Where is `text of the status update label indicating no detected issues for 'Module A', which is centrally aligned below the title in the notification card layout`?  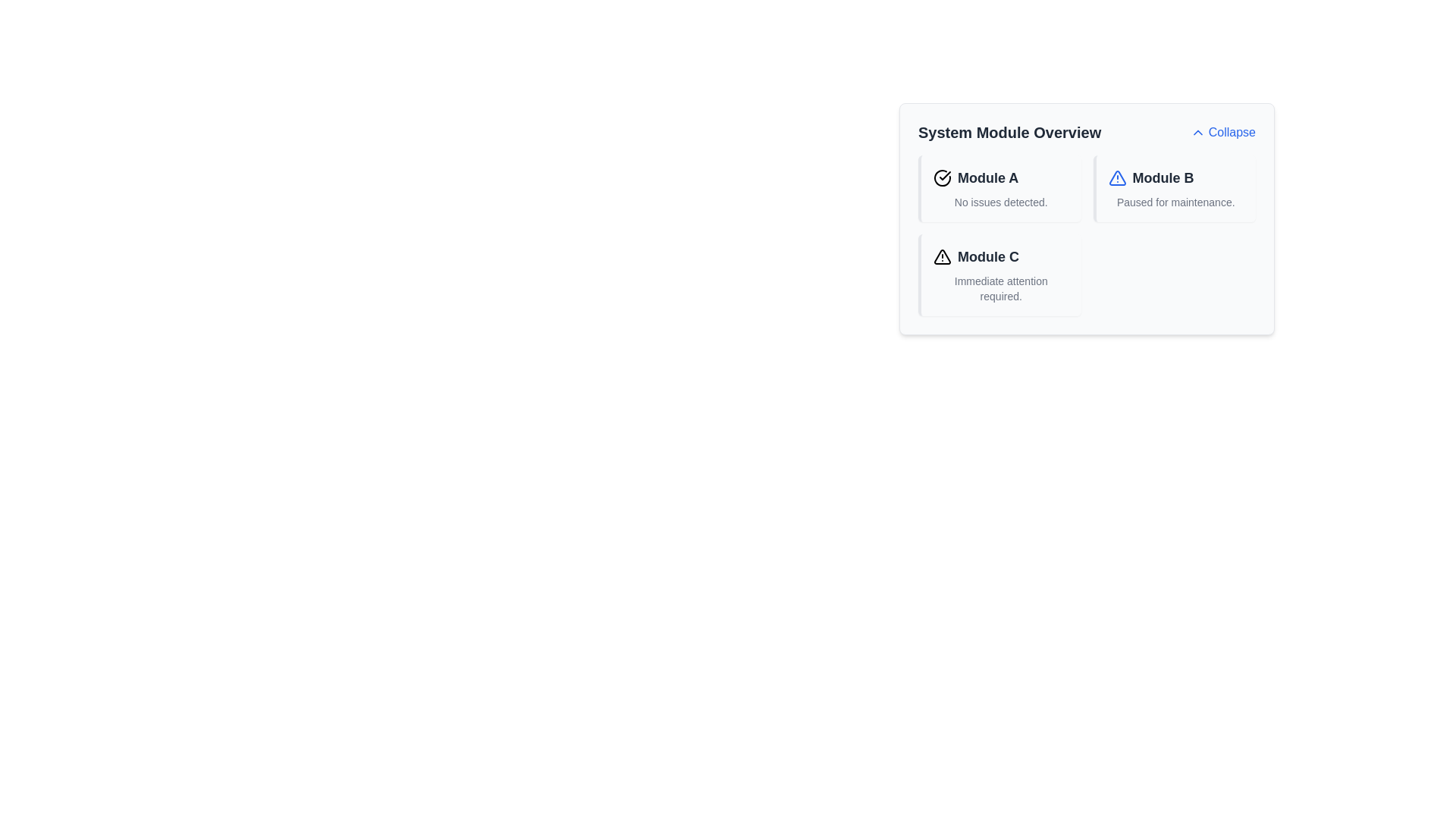
text of the status update label indicating no detected issues for 'Module A', which is centrally aligned below the title in the notification card layout is located at coordinates (1001, 201).